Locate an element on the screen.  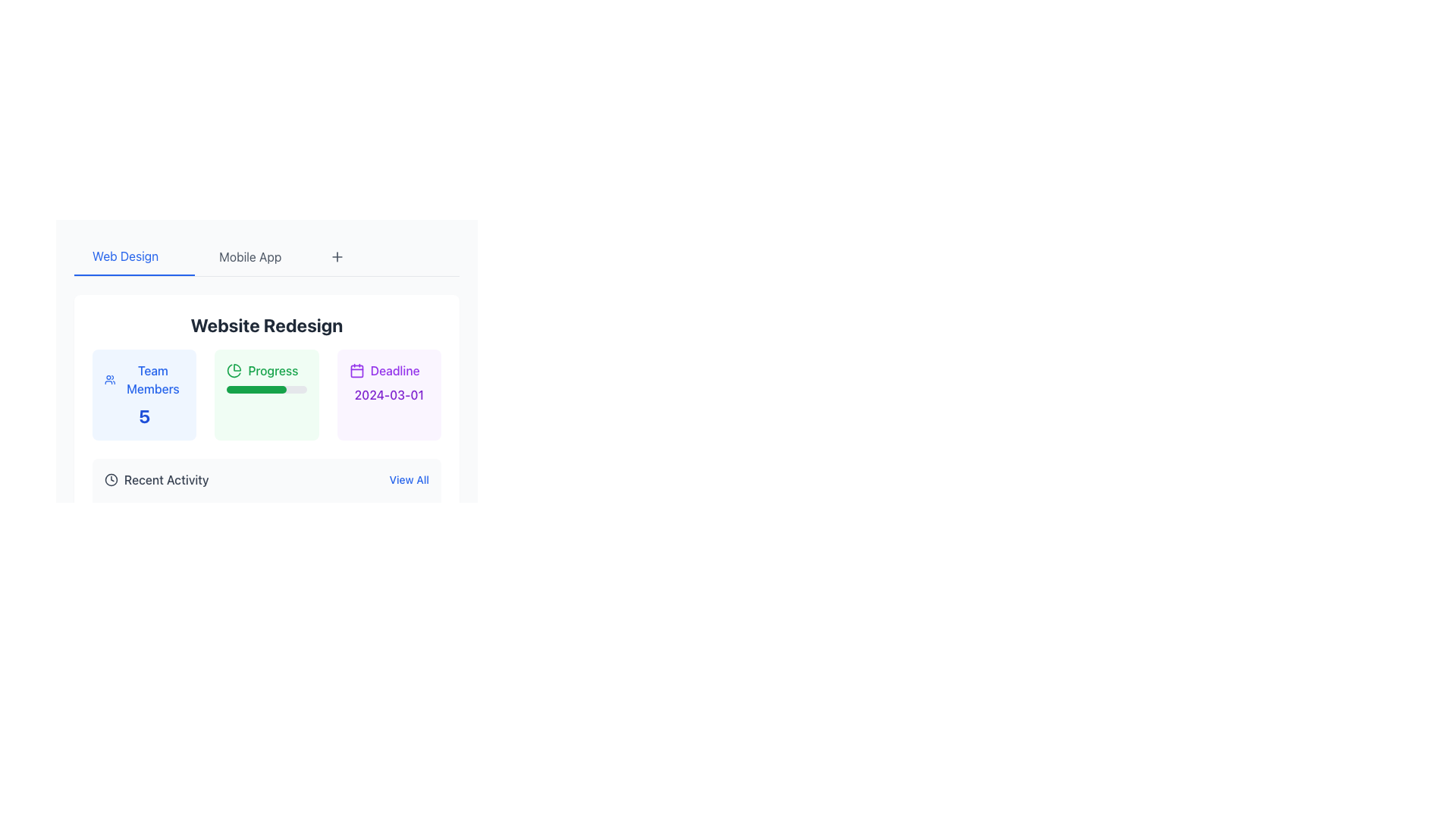
the purple calendar icon associated with the 'Deadline' label located on the rightmost side of the horizontally aligned row of icons and text labels is located at coordinates (356, 371).